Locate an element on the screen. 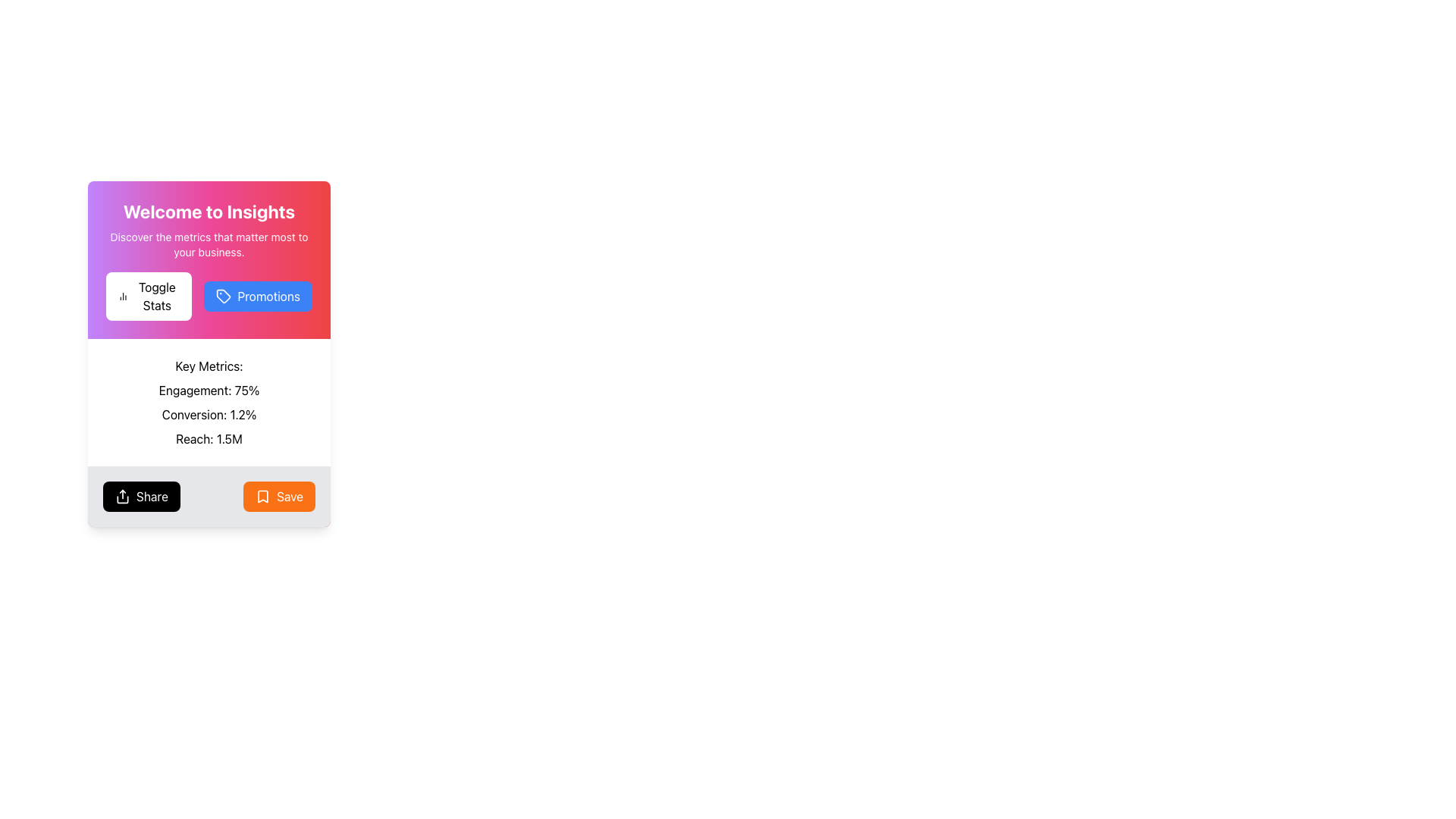 Image resolution: width=1456 pixels, height=819 pixels. text content from the Introductory section titled 'Welcome to Insights' which includes the subtitle 'Discover the metrics that matter most to your business.' is located at coordinates (208, 259).